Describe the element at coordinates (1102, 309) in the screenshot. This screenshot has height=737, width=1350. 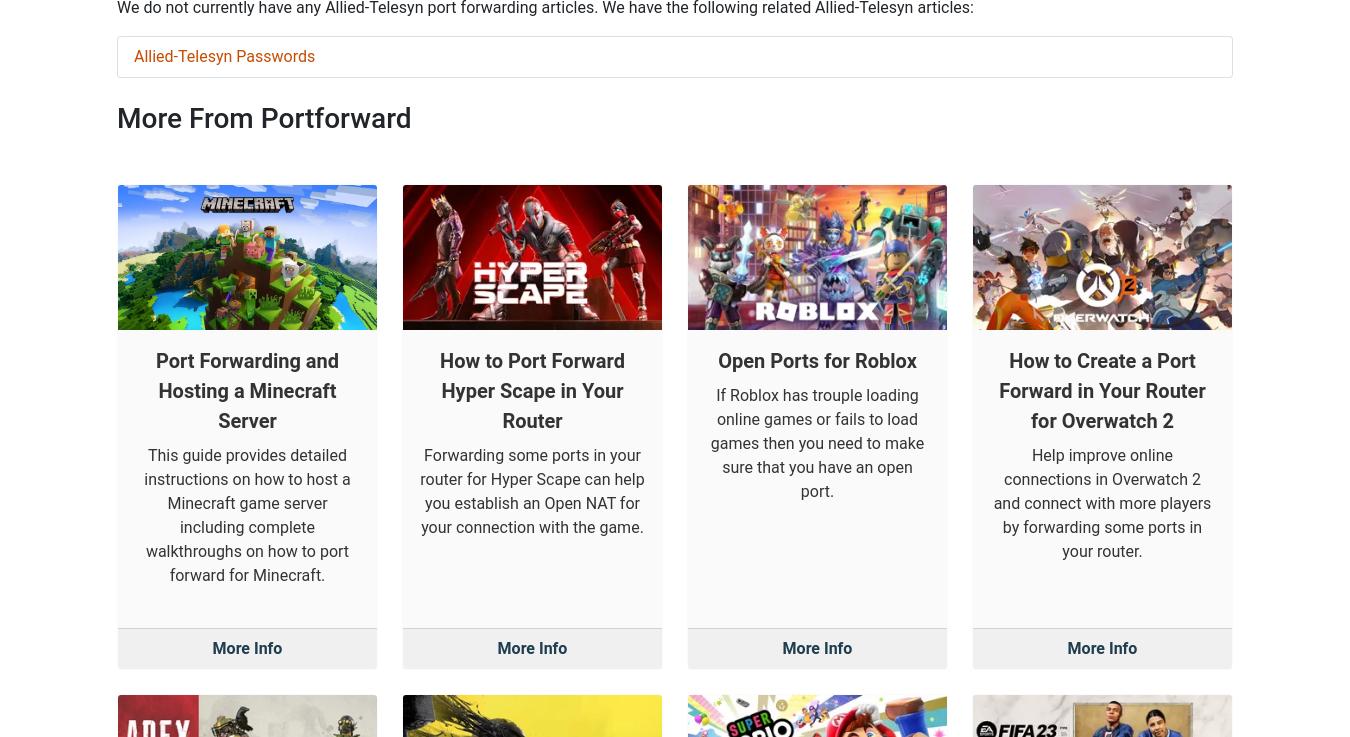
I see `'Help improve online connections in Overwatch 2 and connect with more players by forwarding some ports in your router.'` at that location.